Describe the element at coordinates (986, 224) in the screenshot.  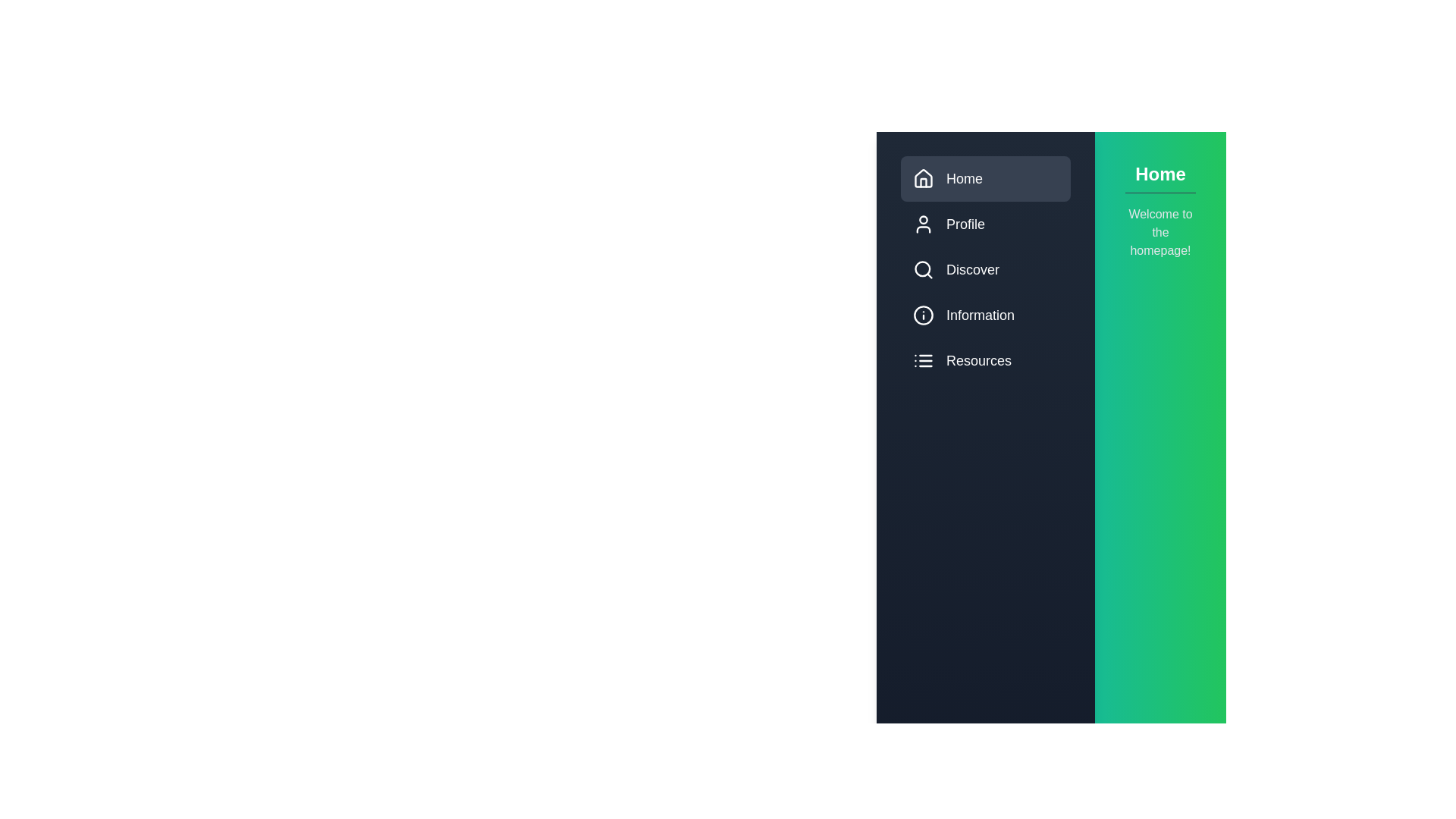
I see `the menu item labeled Profile to switch the active content` at that location.